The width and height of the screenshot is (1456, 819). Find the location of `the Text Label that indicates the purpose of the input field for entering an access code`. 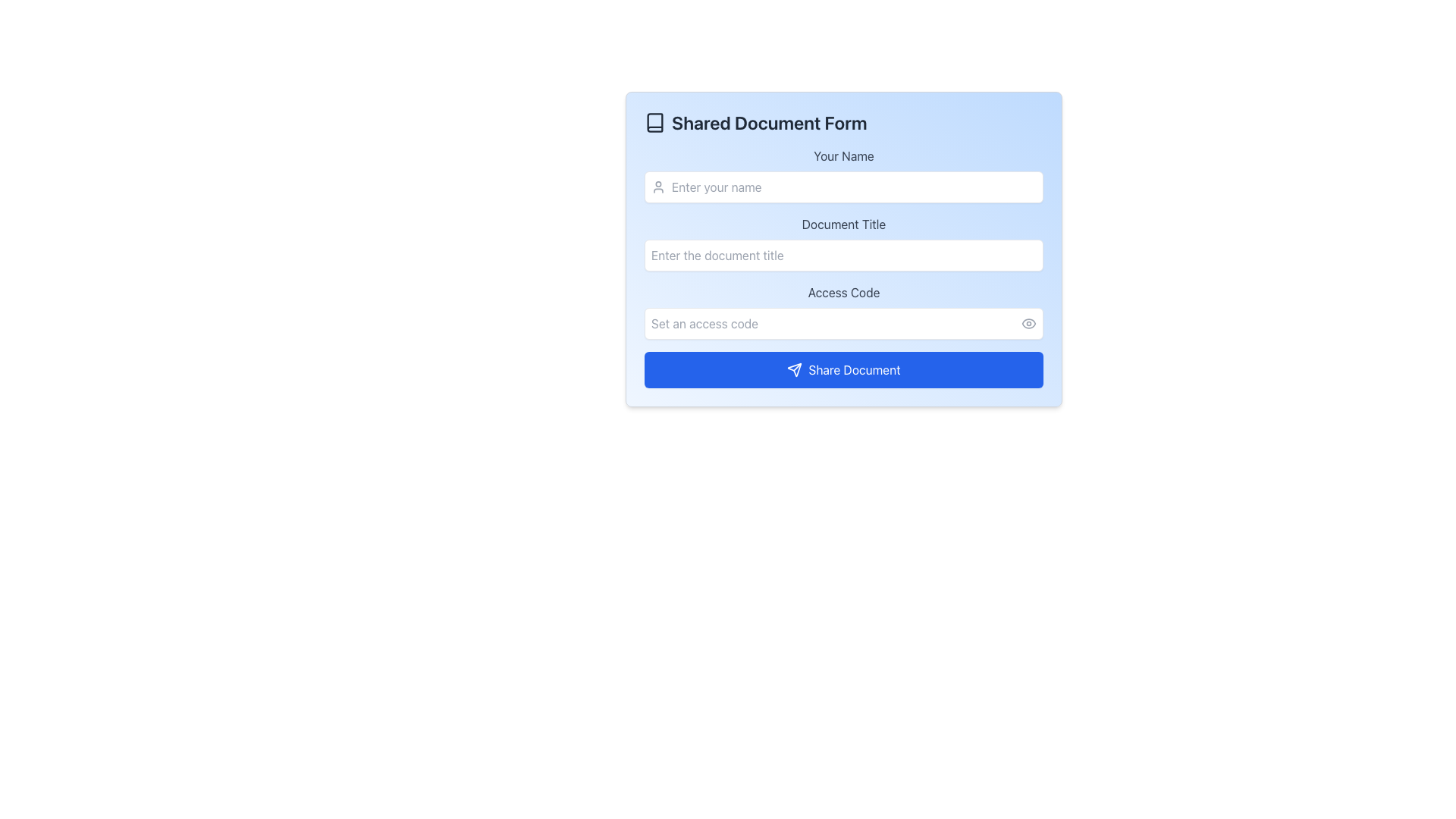

the Text Label that indicates the purpose of the input field for entering an access code is located at coordinates (843, 292).